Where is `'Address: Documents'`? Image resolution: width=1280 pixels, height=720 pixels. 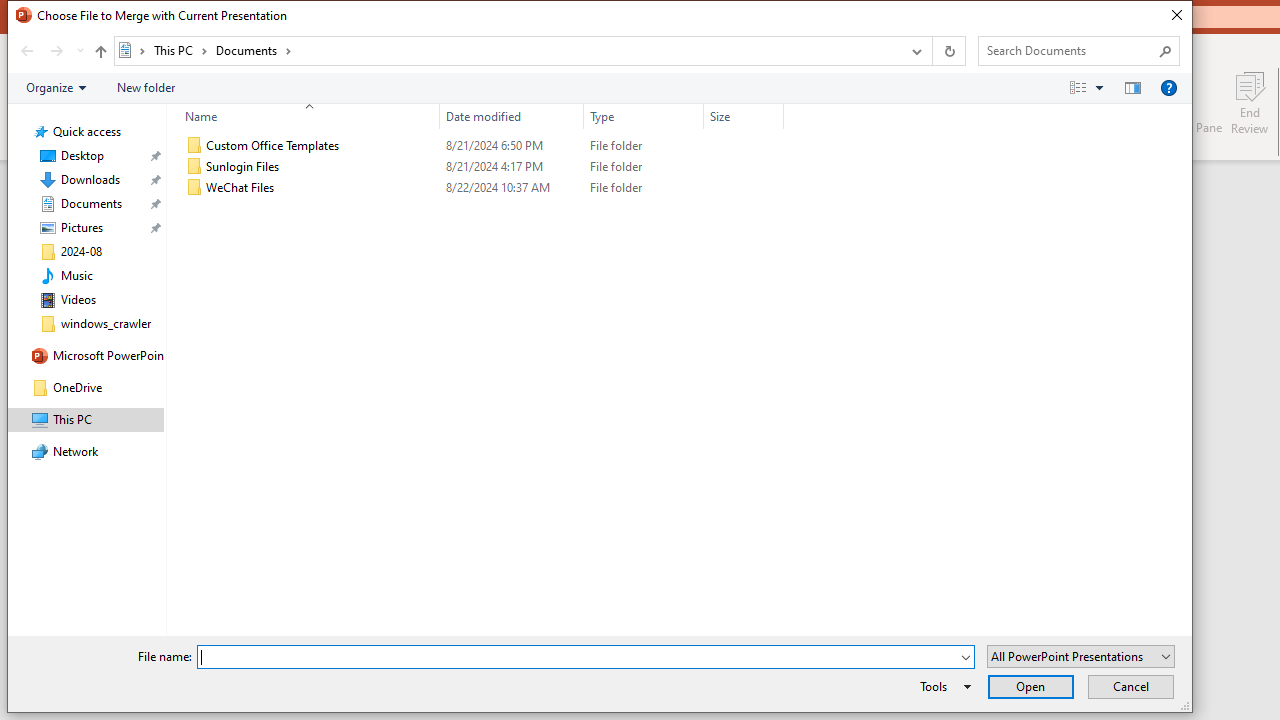 'Address: Documents' is located at coordinates (506, 50).